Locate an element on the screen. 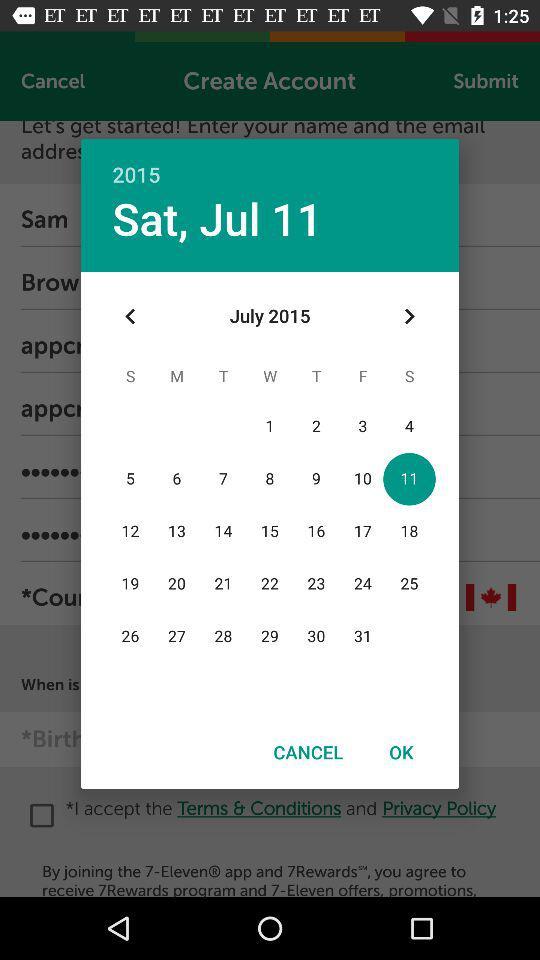 The height and width of the screenshot is (960, 540). the sat, jul 11 item is located at coordinates (216, 218).